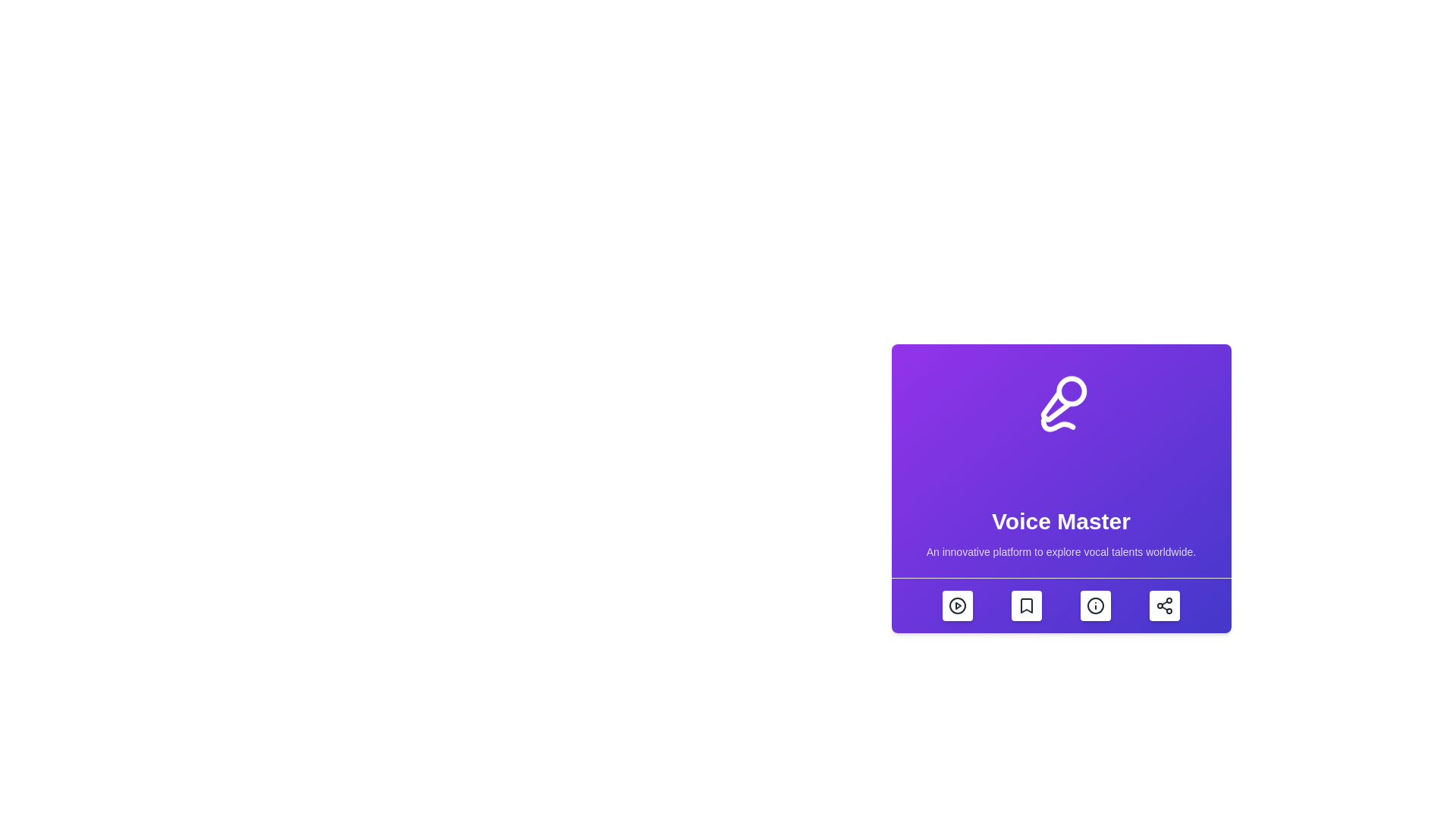 This screenshot has height=819, width=1456. Describe the element at coordinates (956, 604) in the screenshot. I see `the play icon, which is a circular shape with a triangular play symbol, located at the leftmost action button in the button layout of the 'Voice Master' card` at that location.